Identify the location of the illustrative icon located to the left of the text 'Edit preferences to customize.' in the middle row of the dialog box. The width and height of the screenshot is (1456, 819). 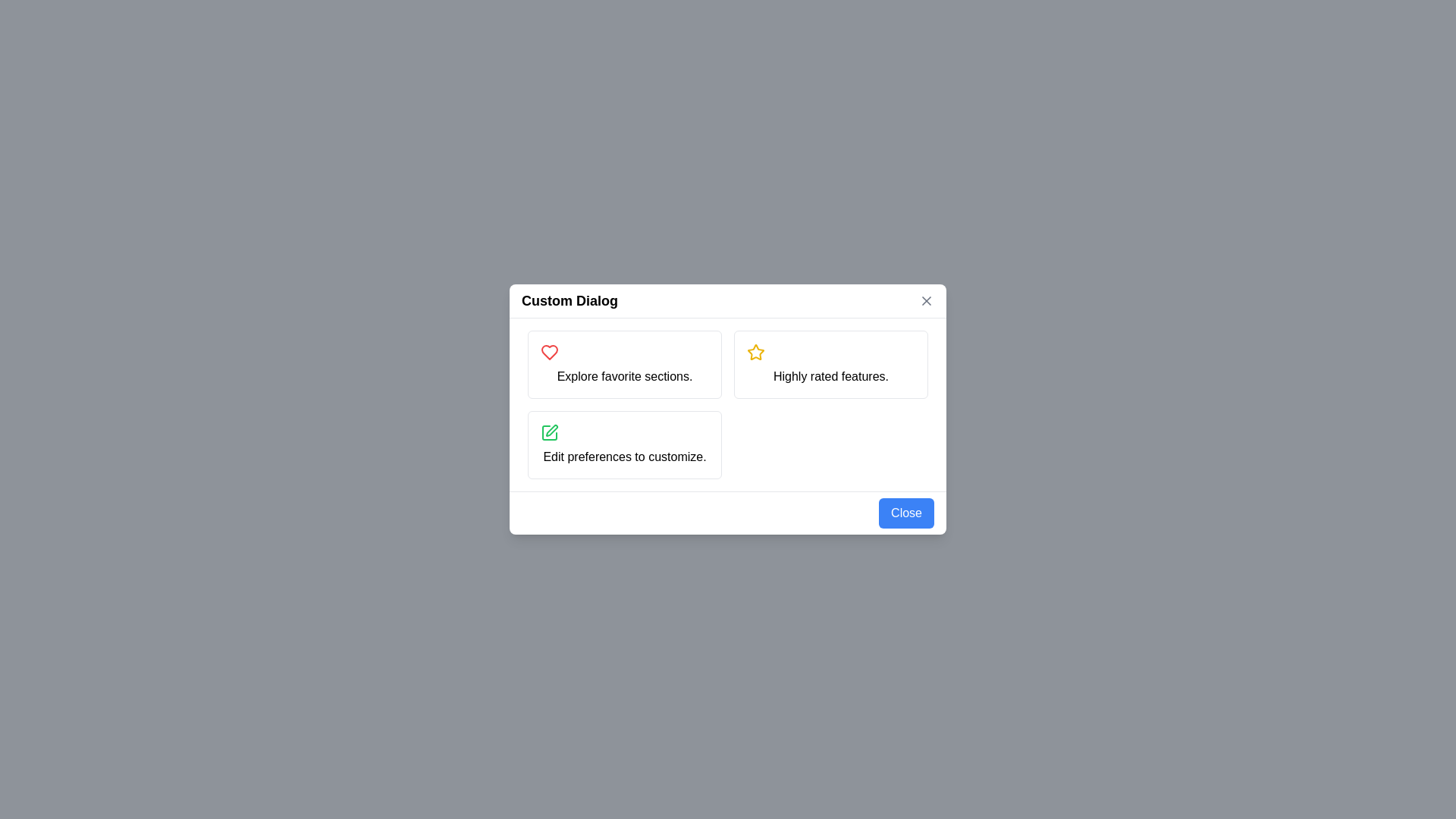
(548, 432).